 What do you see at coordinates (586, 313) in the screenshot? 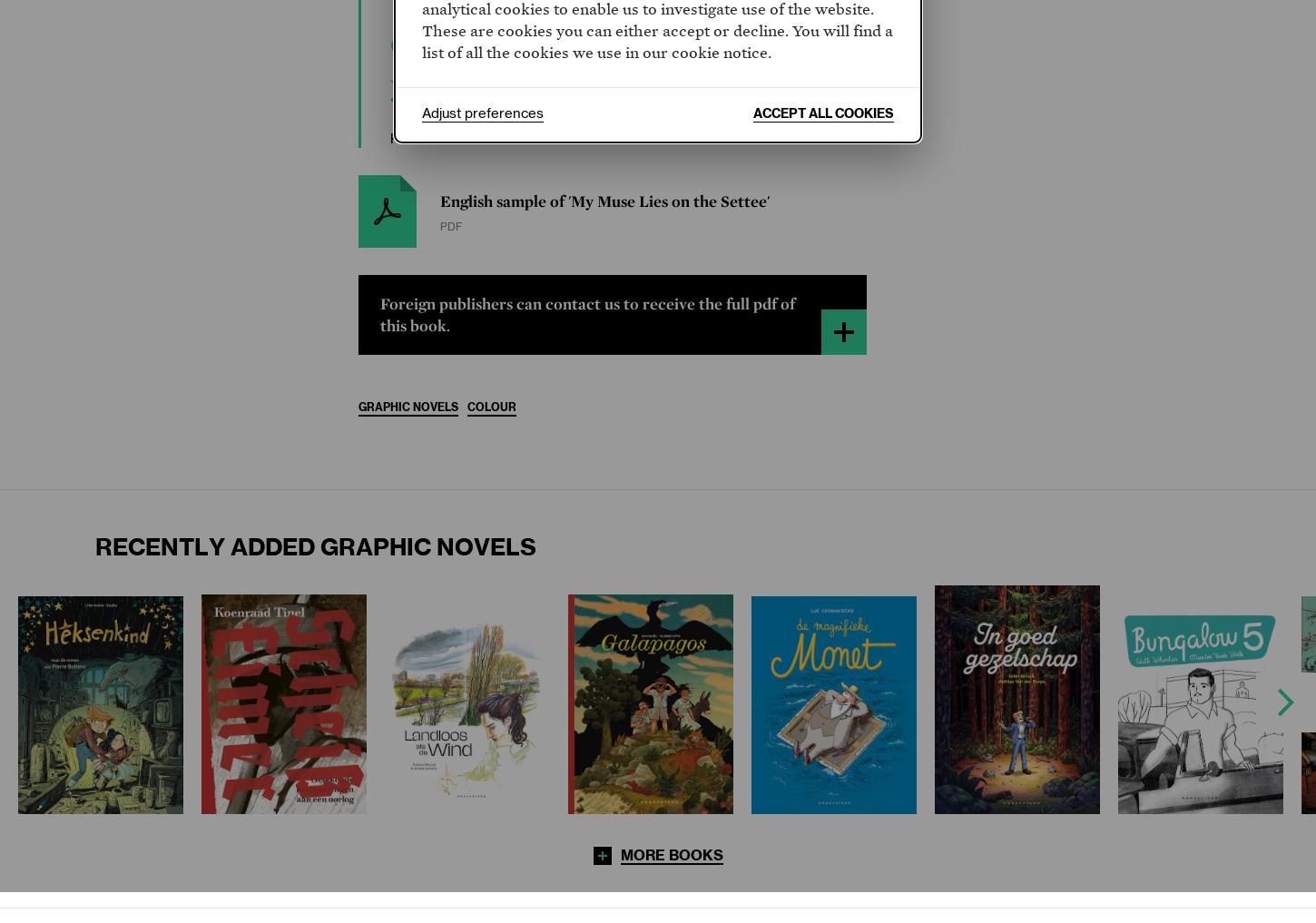
I see `'Foreign publishers can contact us to receive the full pdf of this book.'` at bounding box center [586, 313].